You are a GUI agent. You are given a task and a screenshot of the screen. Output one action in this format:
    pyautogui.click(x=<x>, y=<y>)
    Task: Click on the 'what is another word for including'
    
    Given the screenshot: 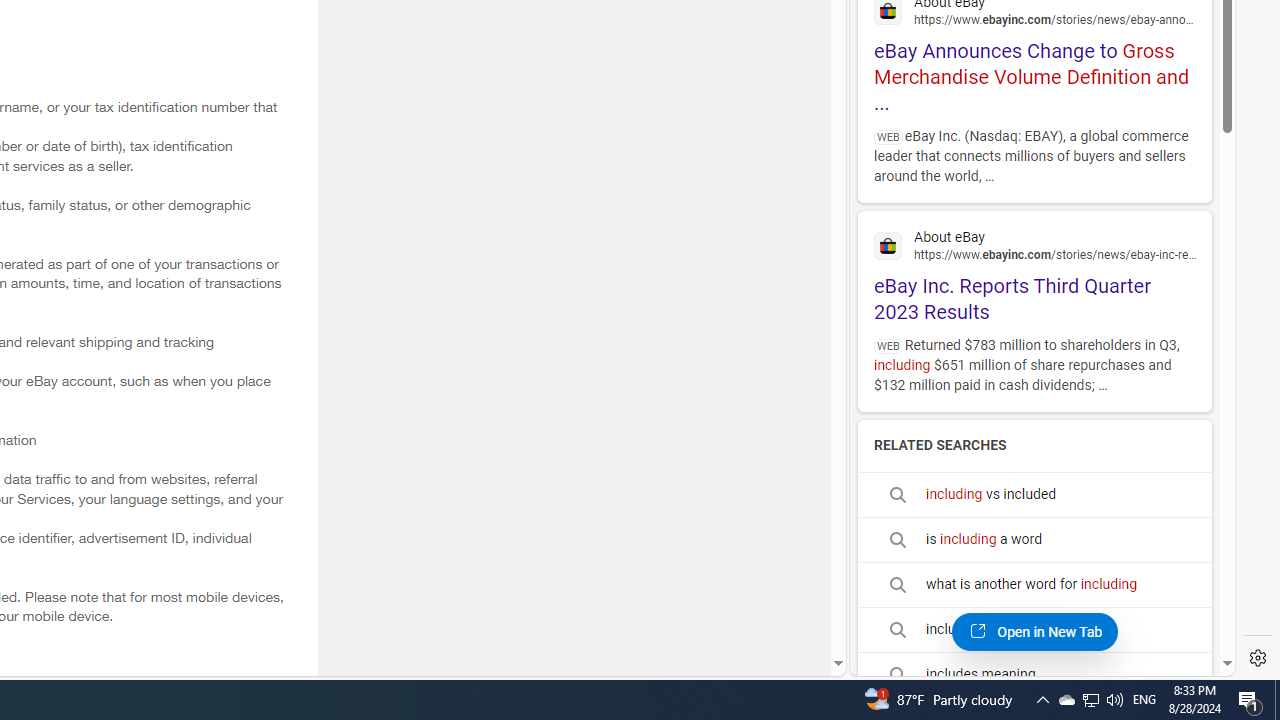 What is the action you would take?
    pyautogui.click(x=1034, y=584)
    